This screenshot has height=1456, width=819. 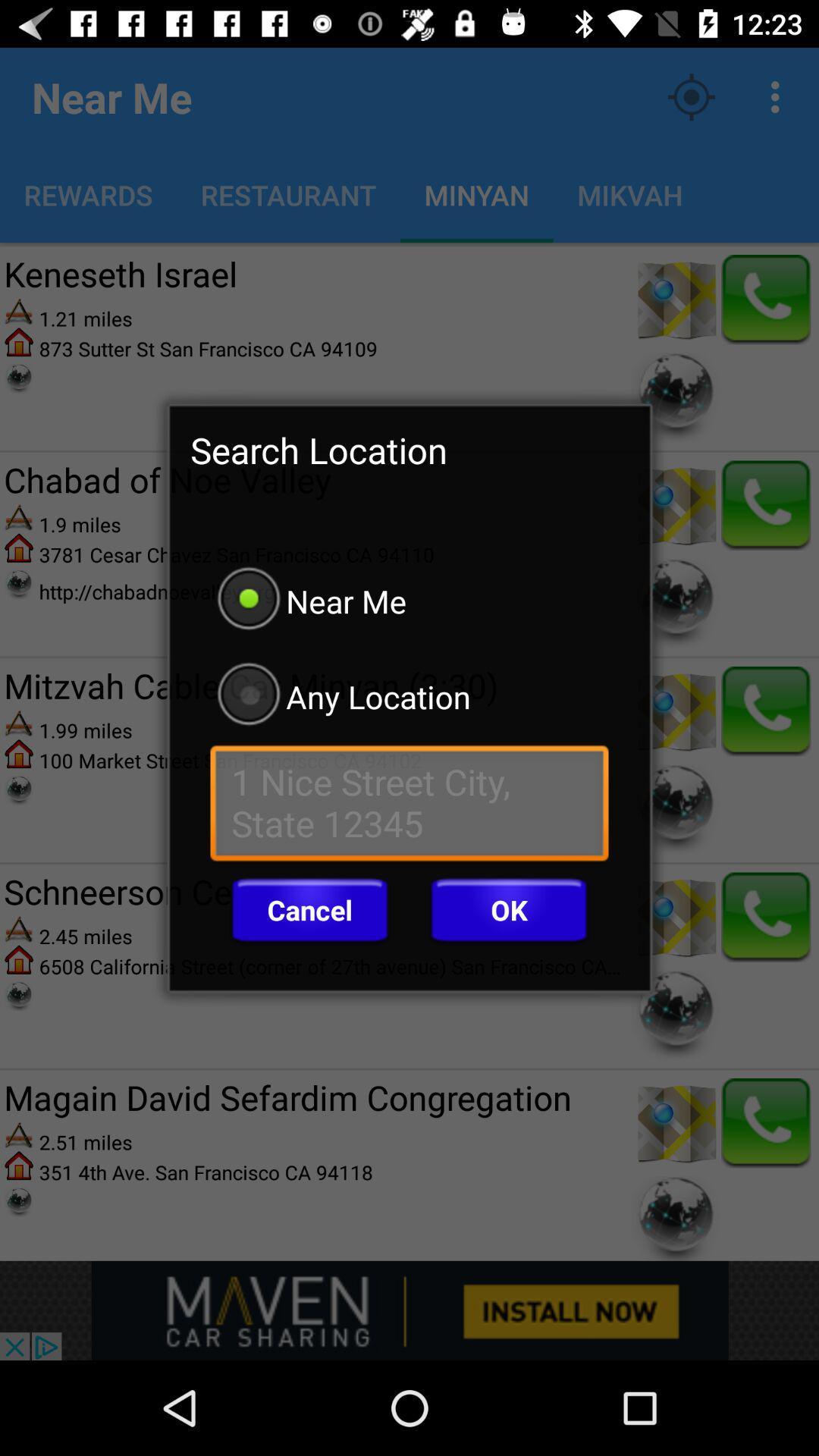 What do you see at coordinates (409, 695) in the screenshot?
I see `the any location` at bounding box center [409, 695].